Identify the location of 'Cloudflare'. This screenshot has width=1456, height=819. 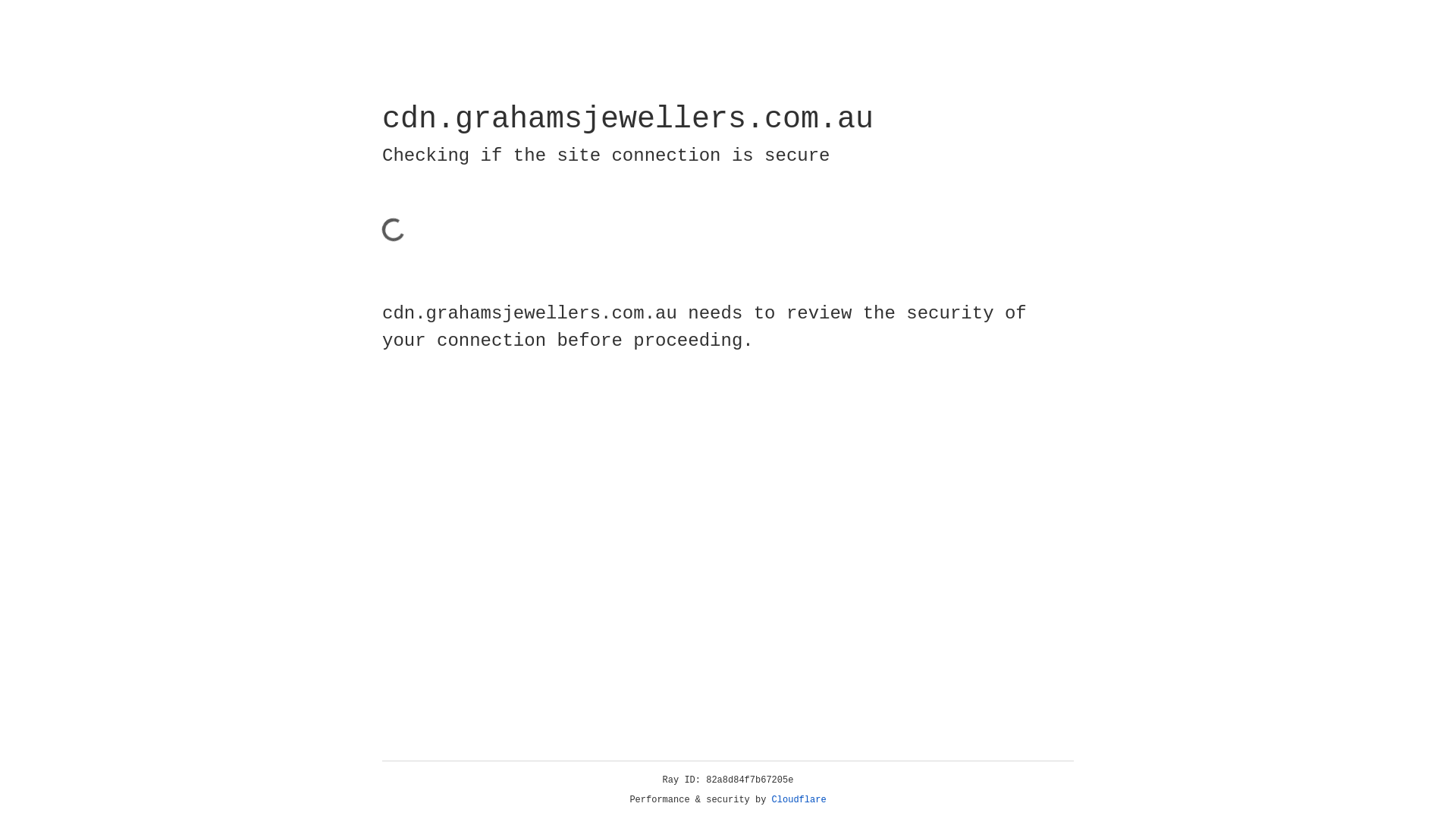
(799, 799).